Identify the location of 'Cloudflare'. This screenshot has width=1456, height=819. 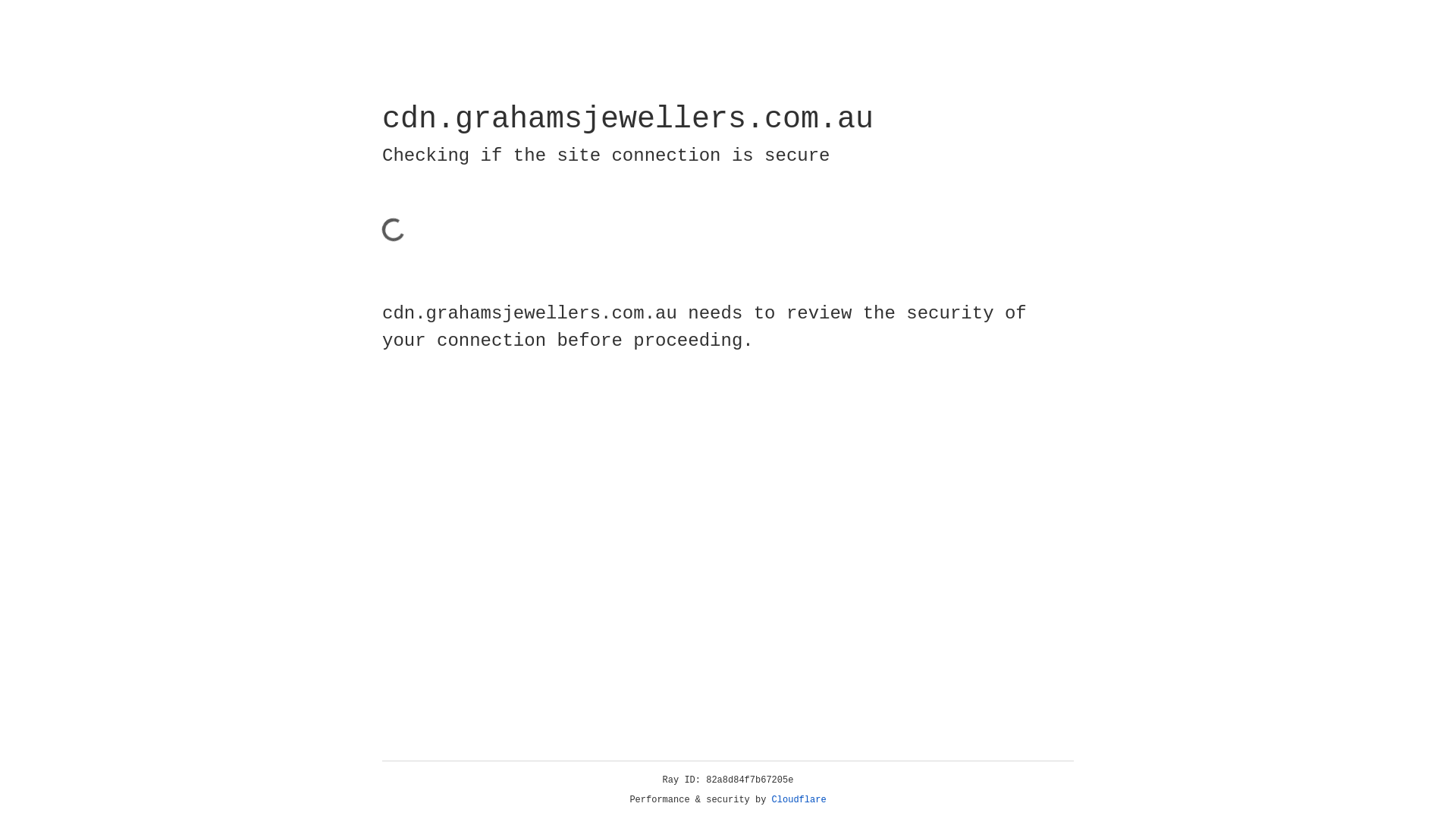
(799, 799).